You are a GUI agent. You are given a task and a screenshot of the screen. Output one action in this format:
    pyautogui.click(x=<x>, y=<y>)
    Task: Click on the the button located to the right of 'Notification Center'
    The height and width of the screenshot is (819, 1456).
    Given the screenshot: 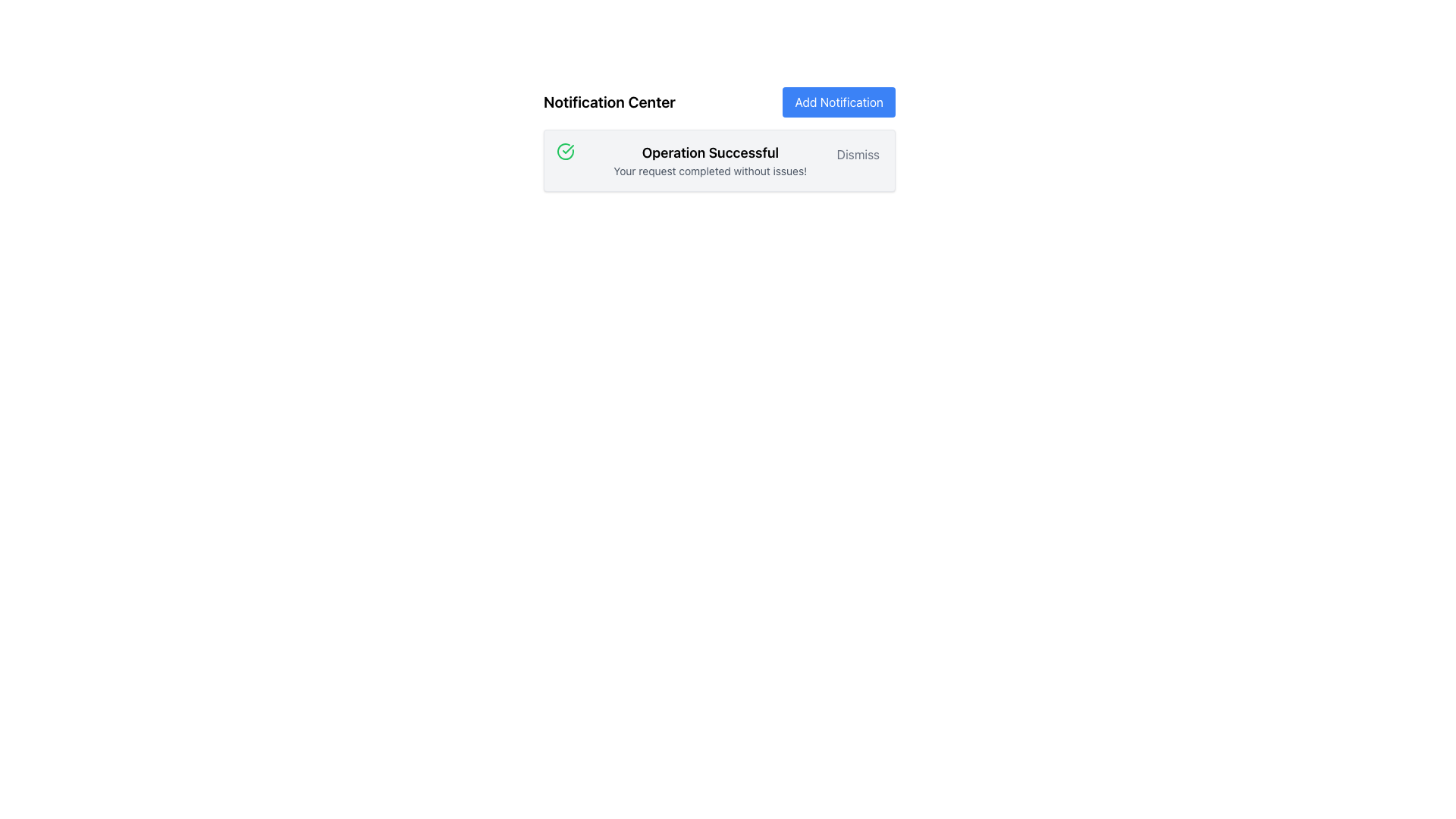 What is the action you would take?
    pyautogui.click(x=838, y=102)
    